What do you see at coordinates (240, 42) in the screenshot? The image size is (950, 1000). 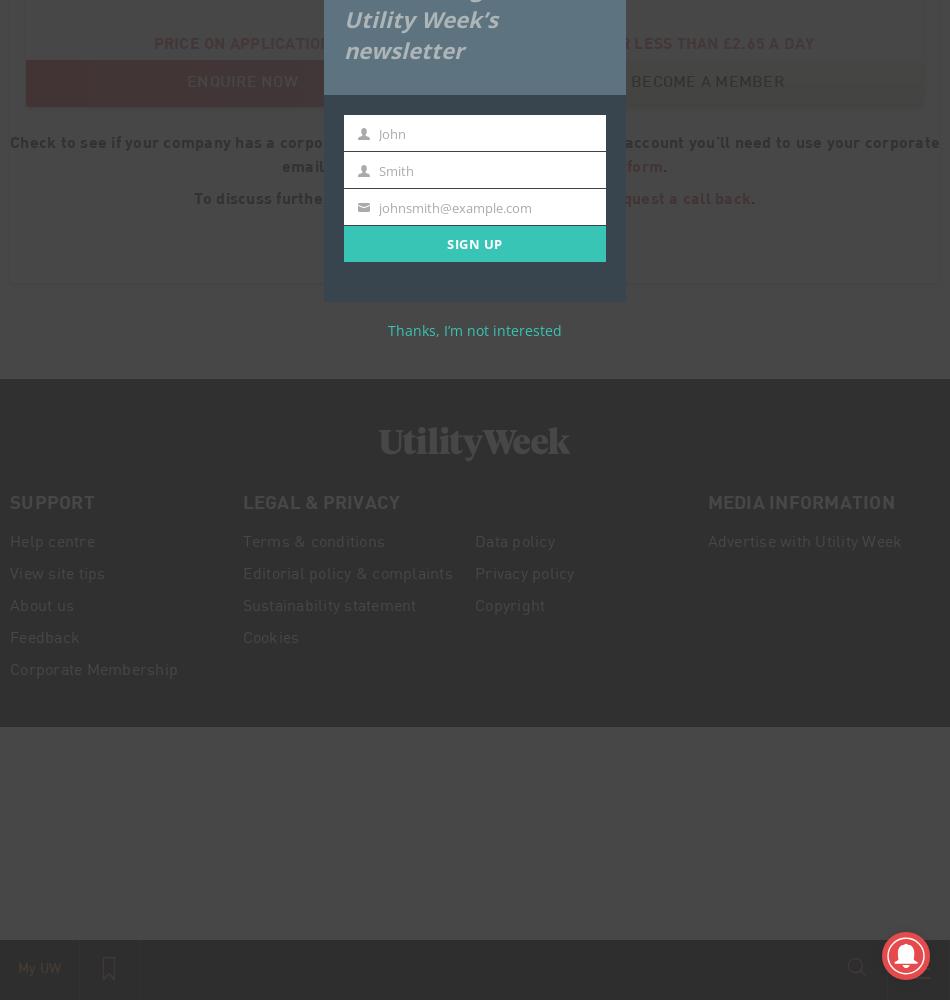 I see `'Price on application'` at bounding box center [240, 42].